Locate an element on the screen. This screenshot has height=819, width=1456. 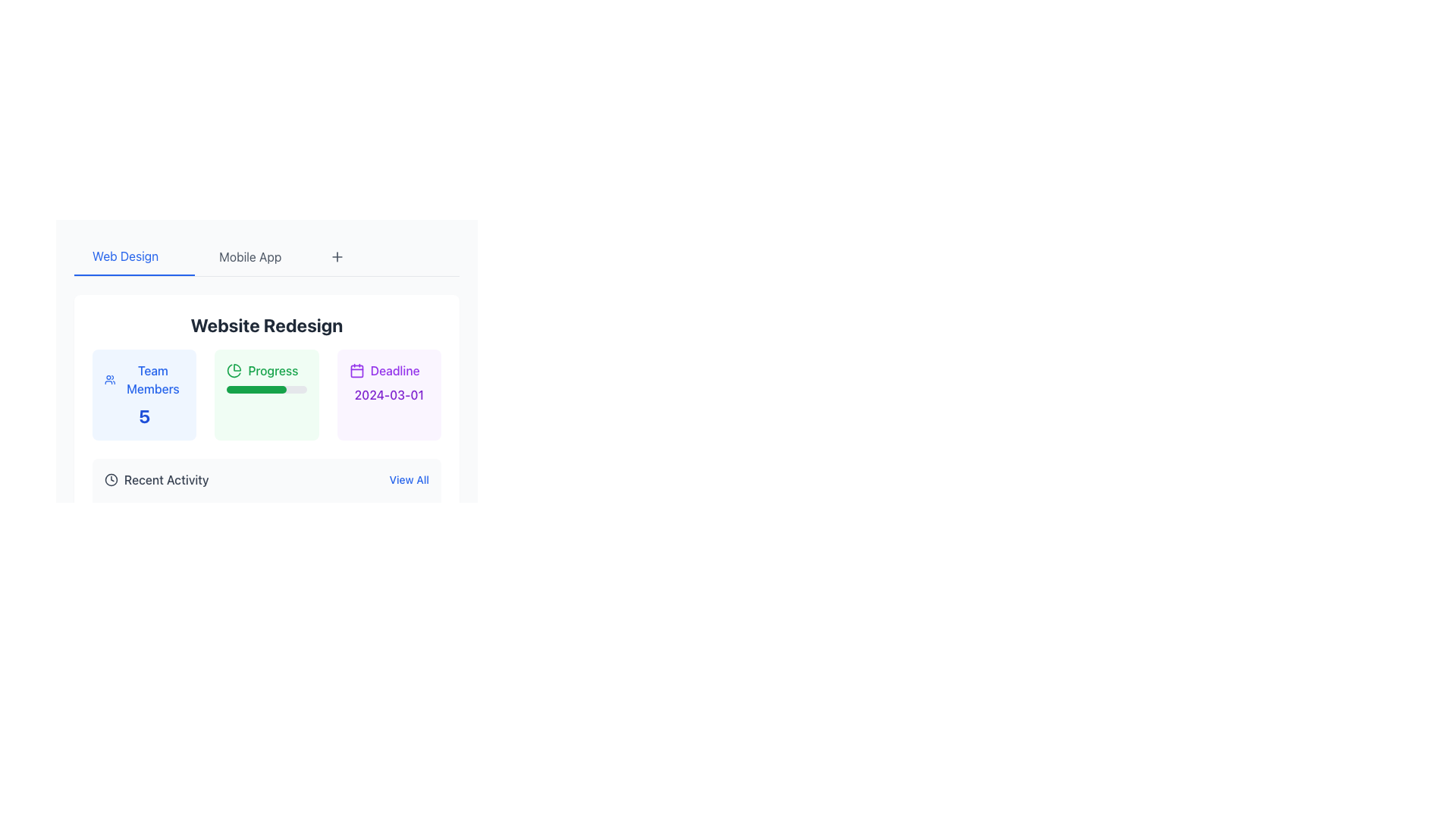
the green filled portion of the progress indicator, which visually represents 75% completion, located between the 'Team Members' box and the 'Deadline 2024-03-01' element is located at coordinates (256, 388).